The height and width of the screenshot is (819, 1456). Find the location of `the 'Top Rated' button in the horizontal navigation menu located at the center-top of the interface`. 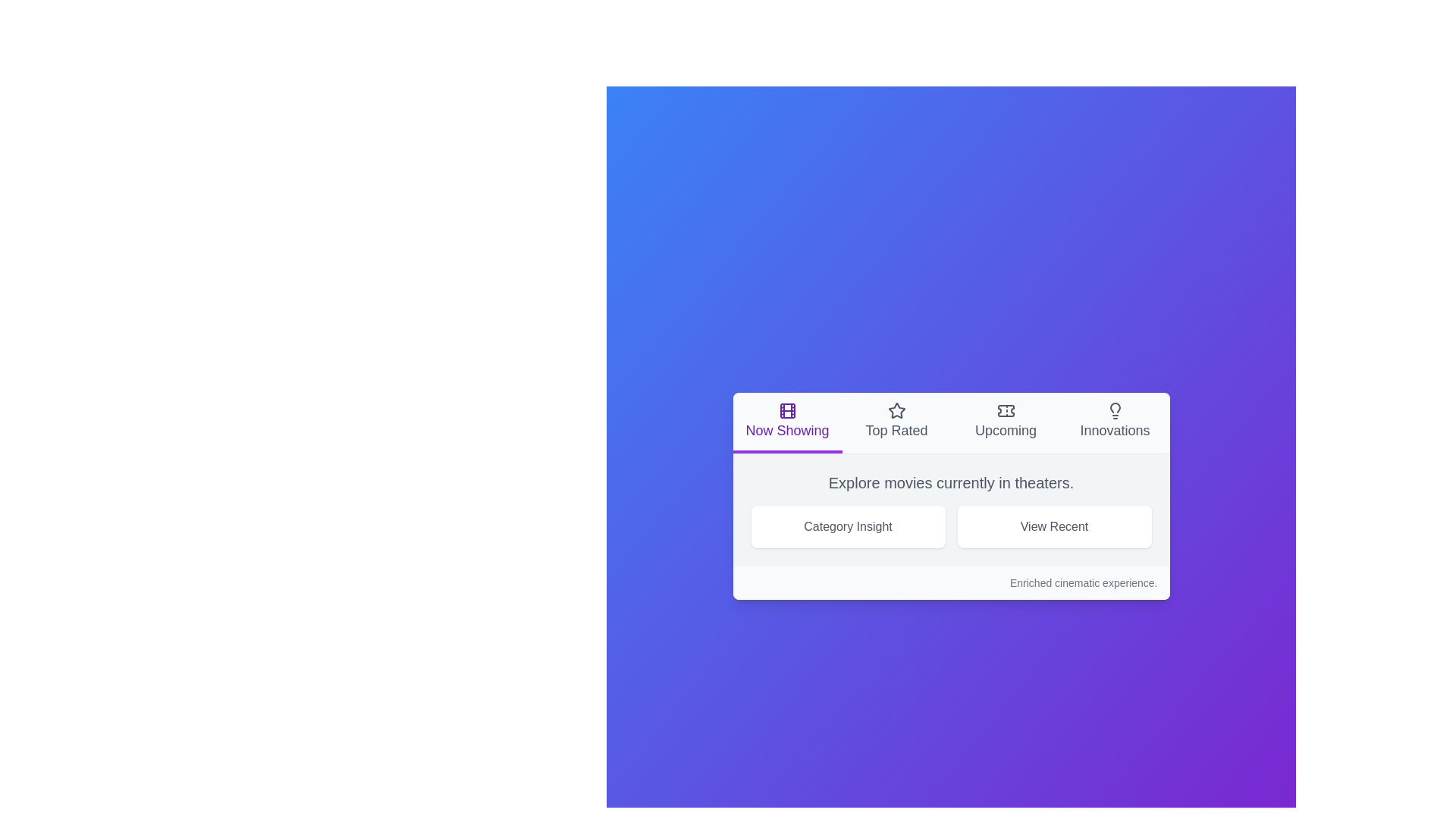

the 'Top Rated' button in the horizontal navigation menu located at the center-top of the interface is located at coordinates (896, 421).